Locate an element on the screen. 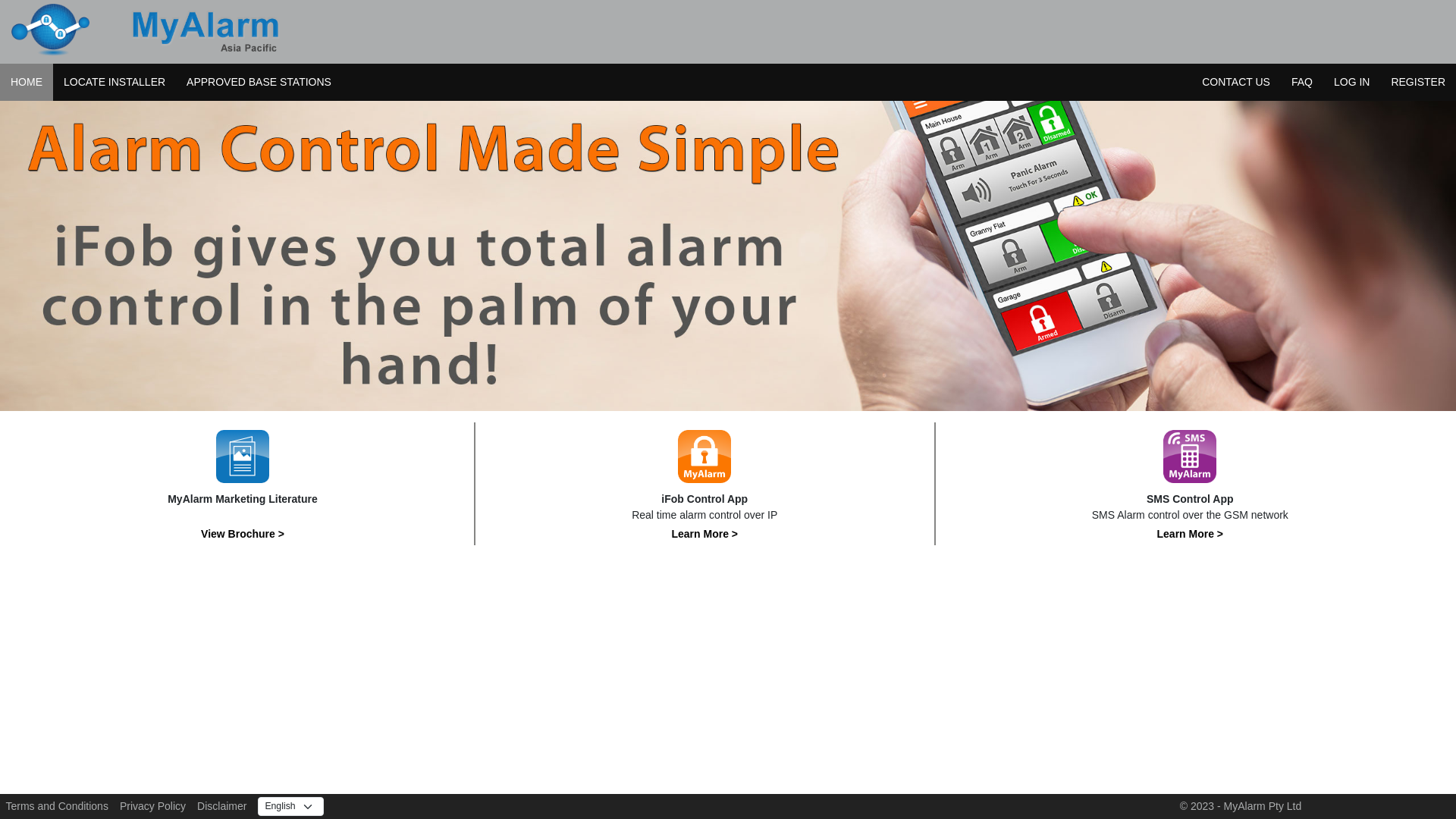 This screenshot has width=1456, height=819. 'LOCATE INSTALLER' is located at coordinates (113, 82).